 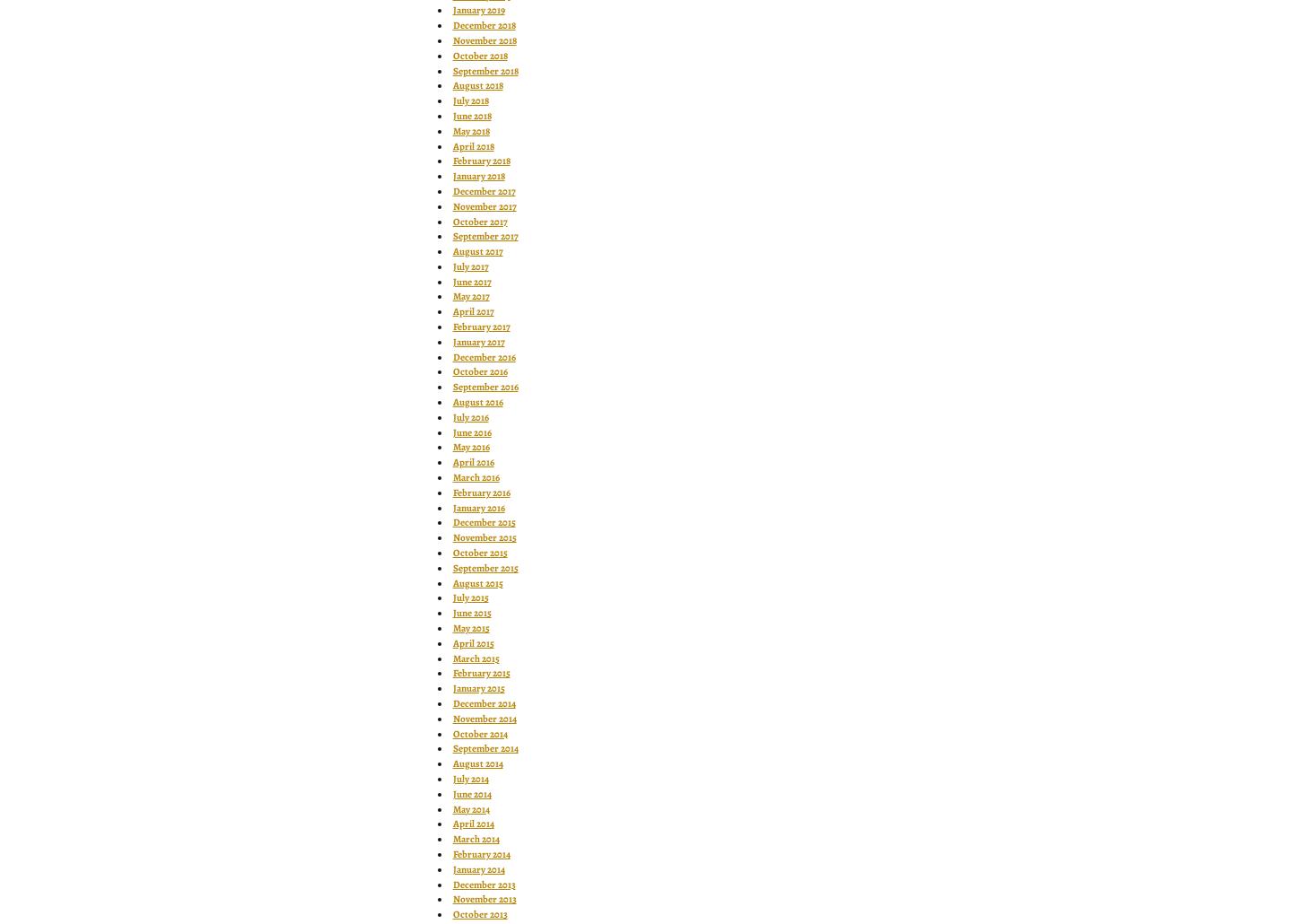 What do you see at coordinates (469, 446) in the screenshot?
I see `'May 2016'` at bounding box center [469, 446].